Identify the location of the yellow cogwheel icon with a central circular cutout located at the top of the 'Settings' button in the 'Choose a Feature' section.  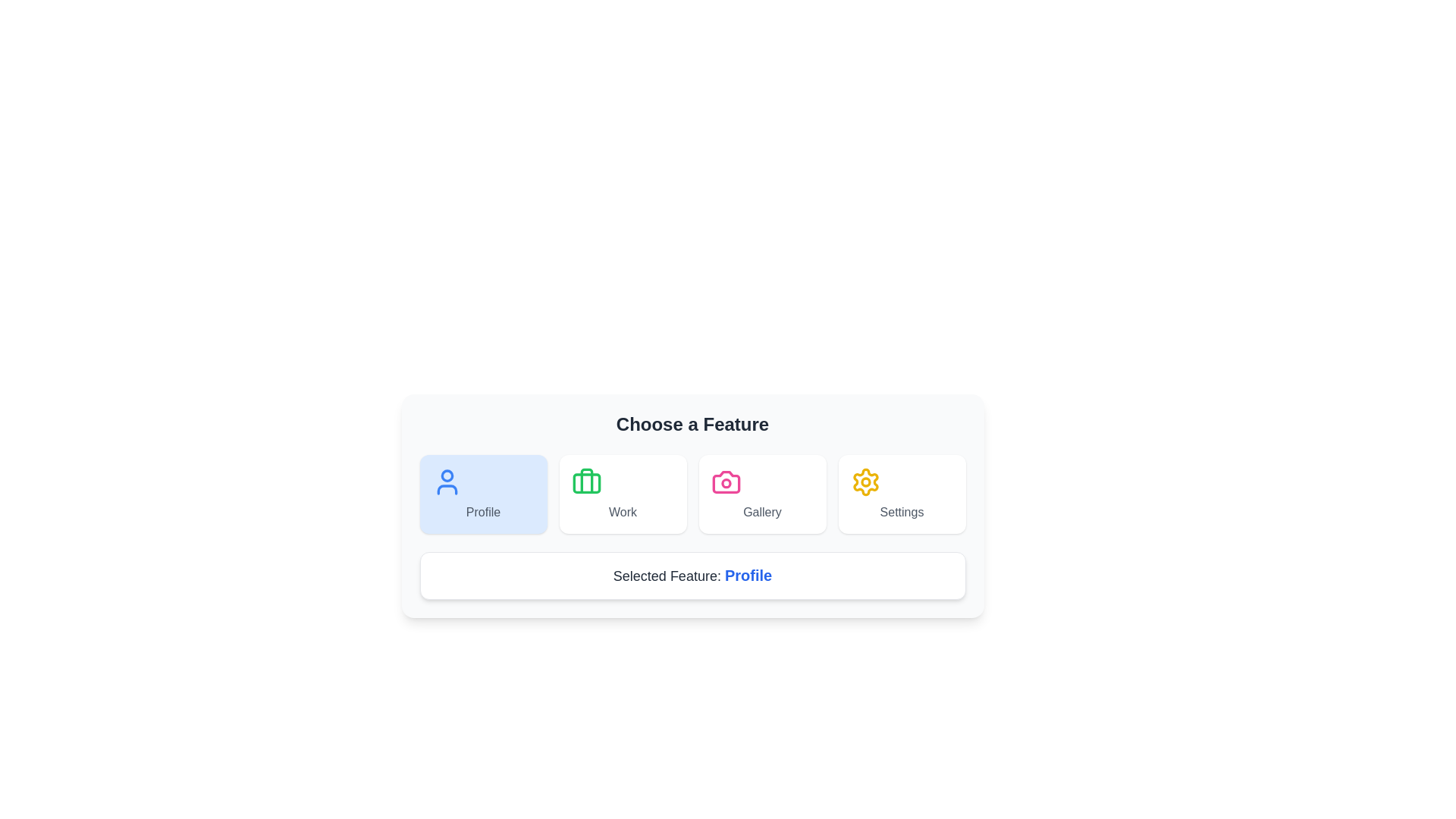
(865, 482).